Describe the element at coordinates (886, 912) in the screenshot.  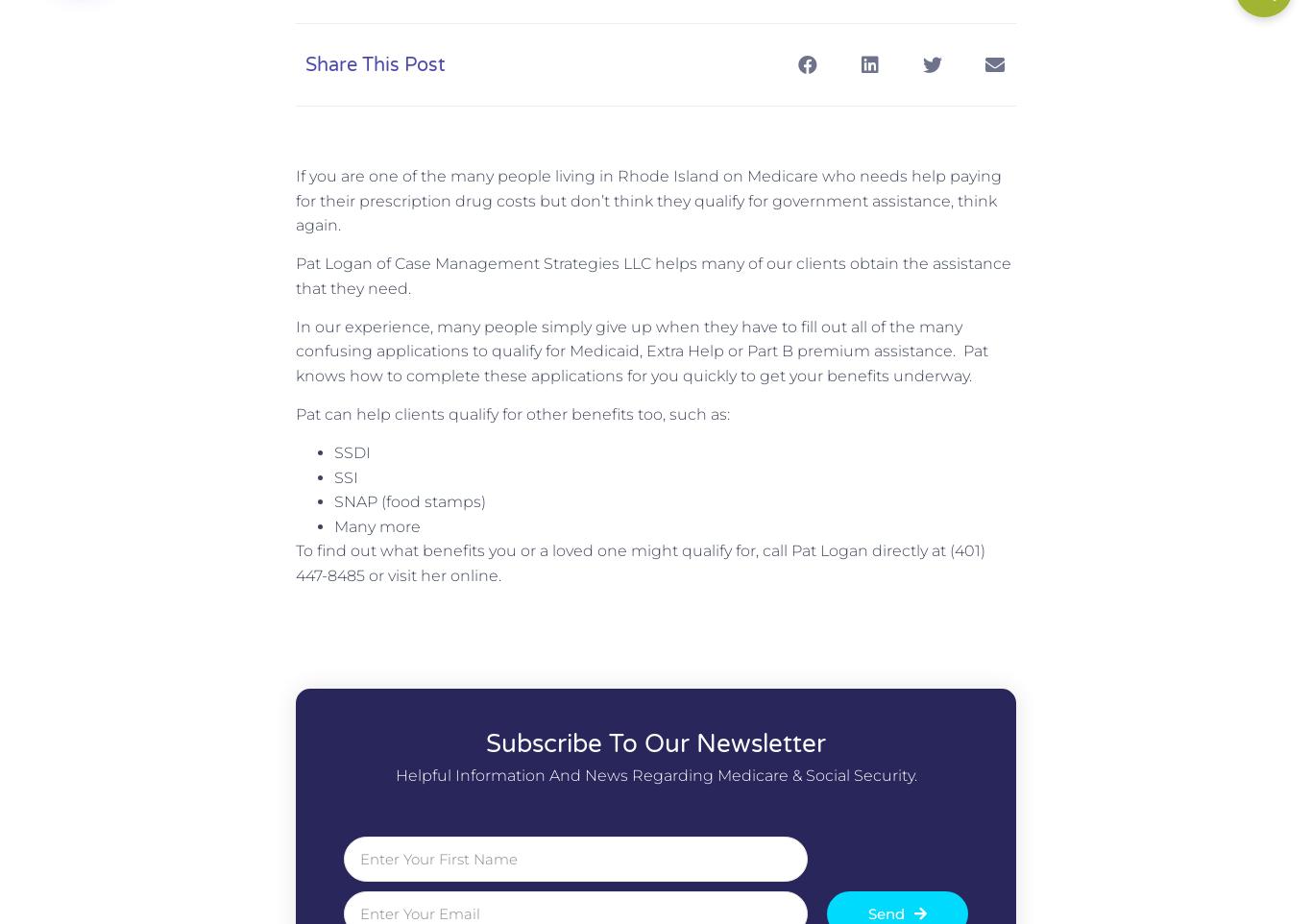
I see `'Send'` at that location.